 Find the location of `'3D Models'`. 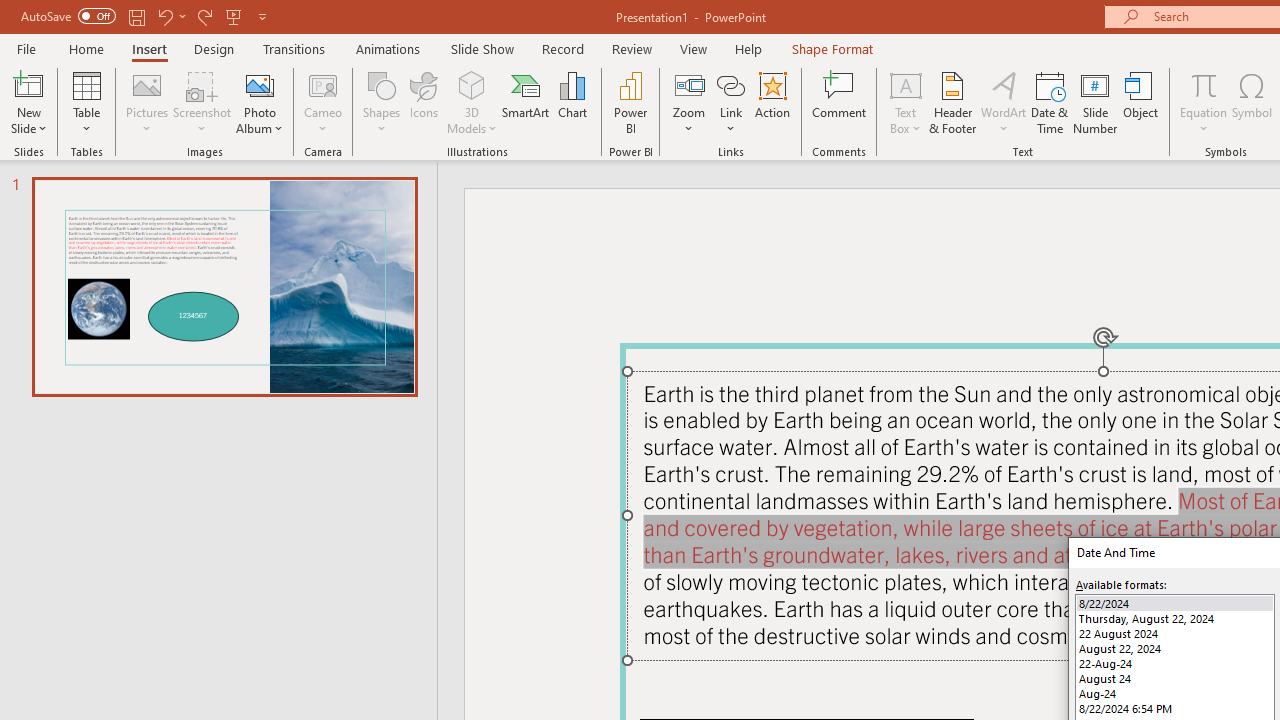

'3D Models' is located at coordinates (471, 103).